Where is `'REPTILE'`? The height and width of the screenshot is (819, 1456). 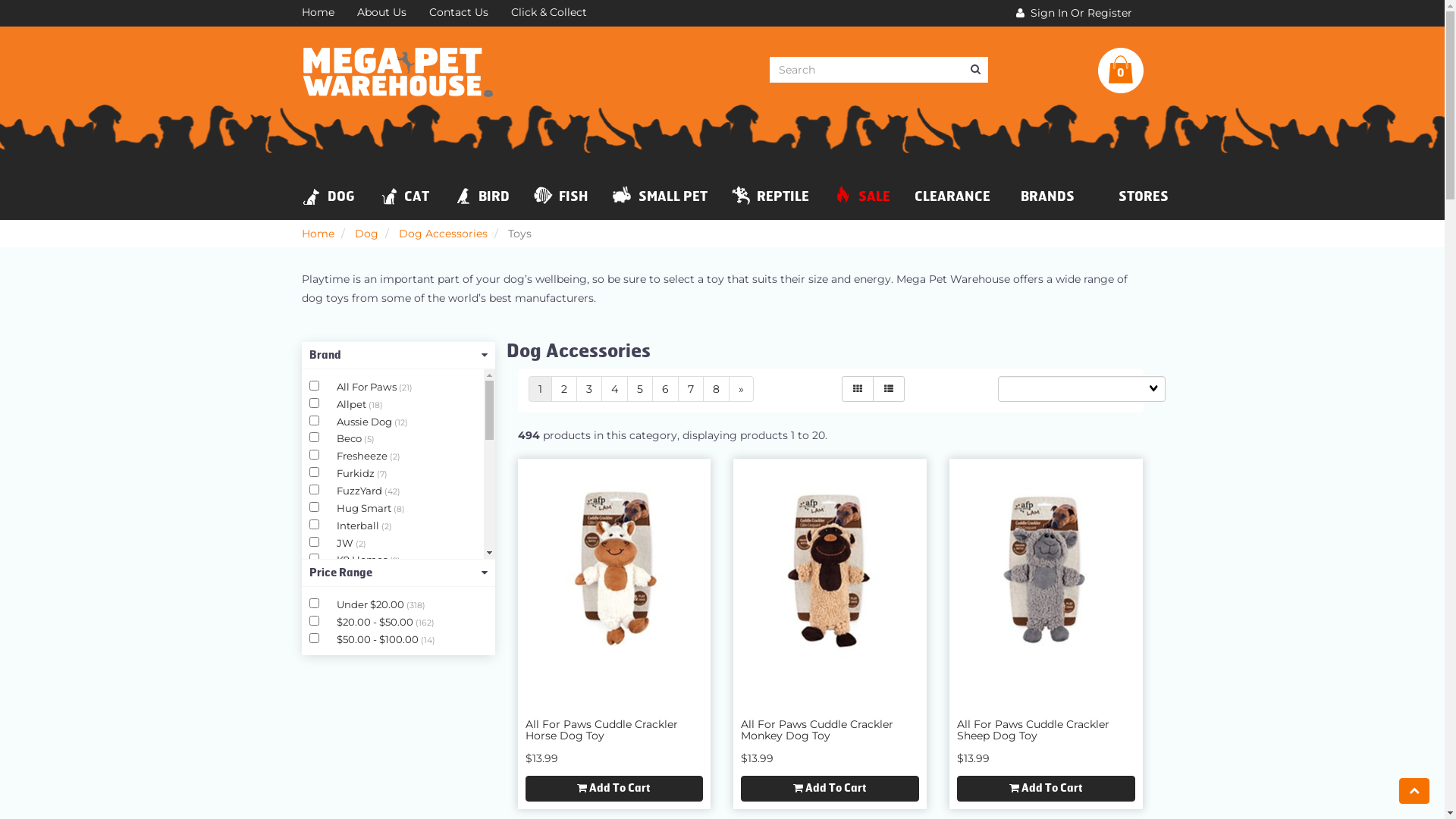
'REPTILE' is located at coordinates (718, 196).